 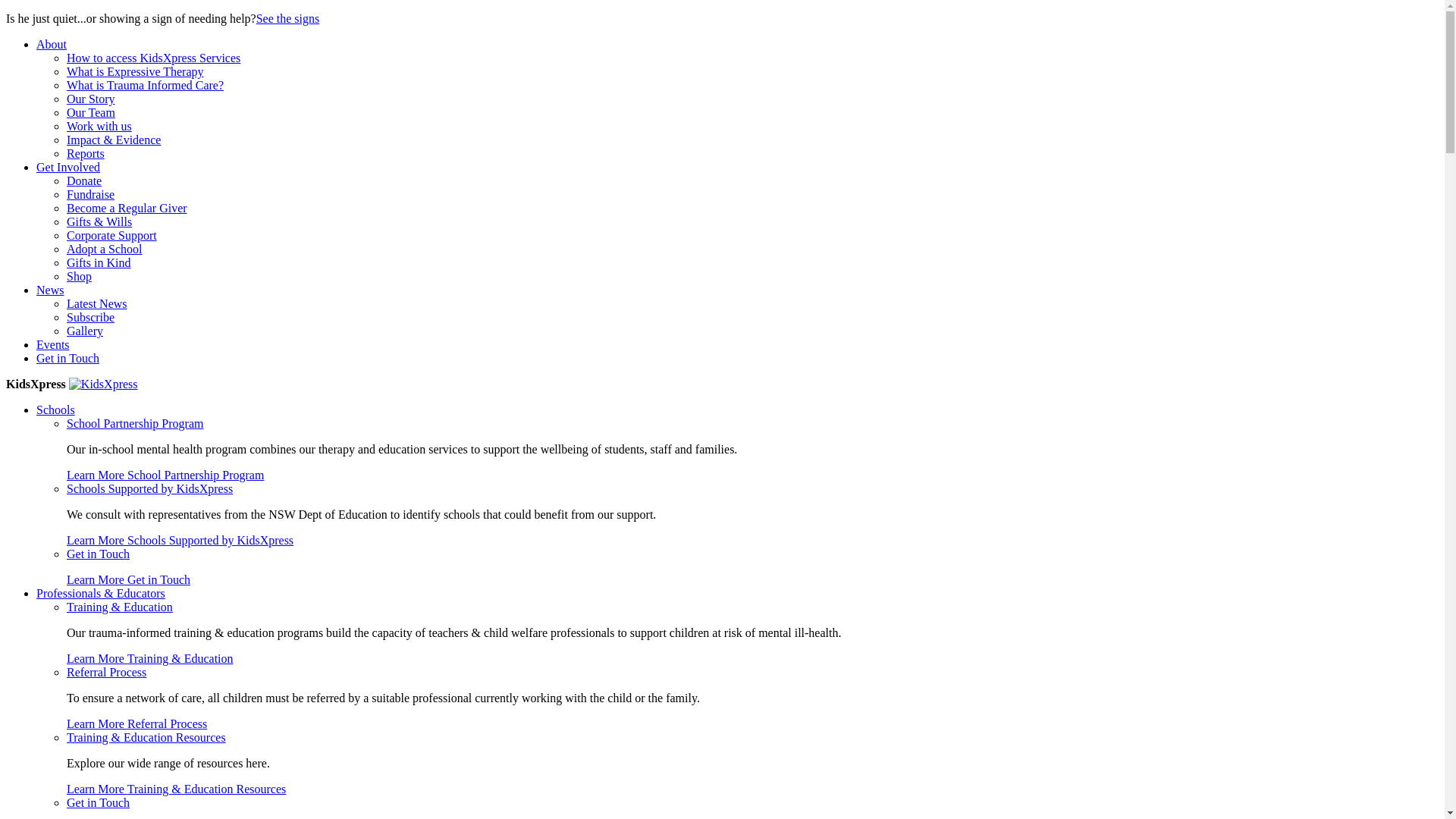 I want to click on 'Impact & Evidence', so click(x=112, y=140).